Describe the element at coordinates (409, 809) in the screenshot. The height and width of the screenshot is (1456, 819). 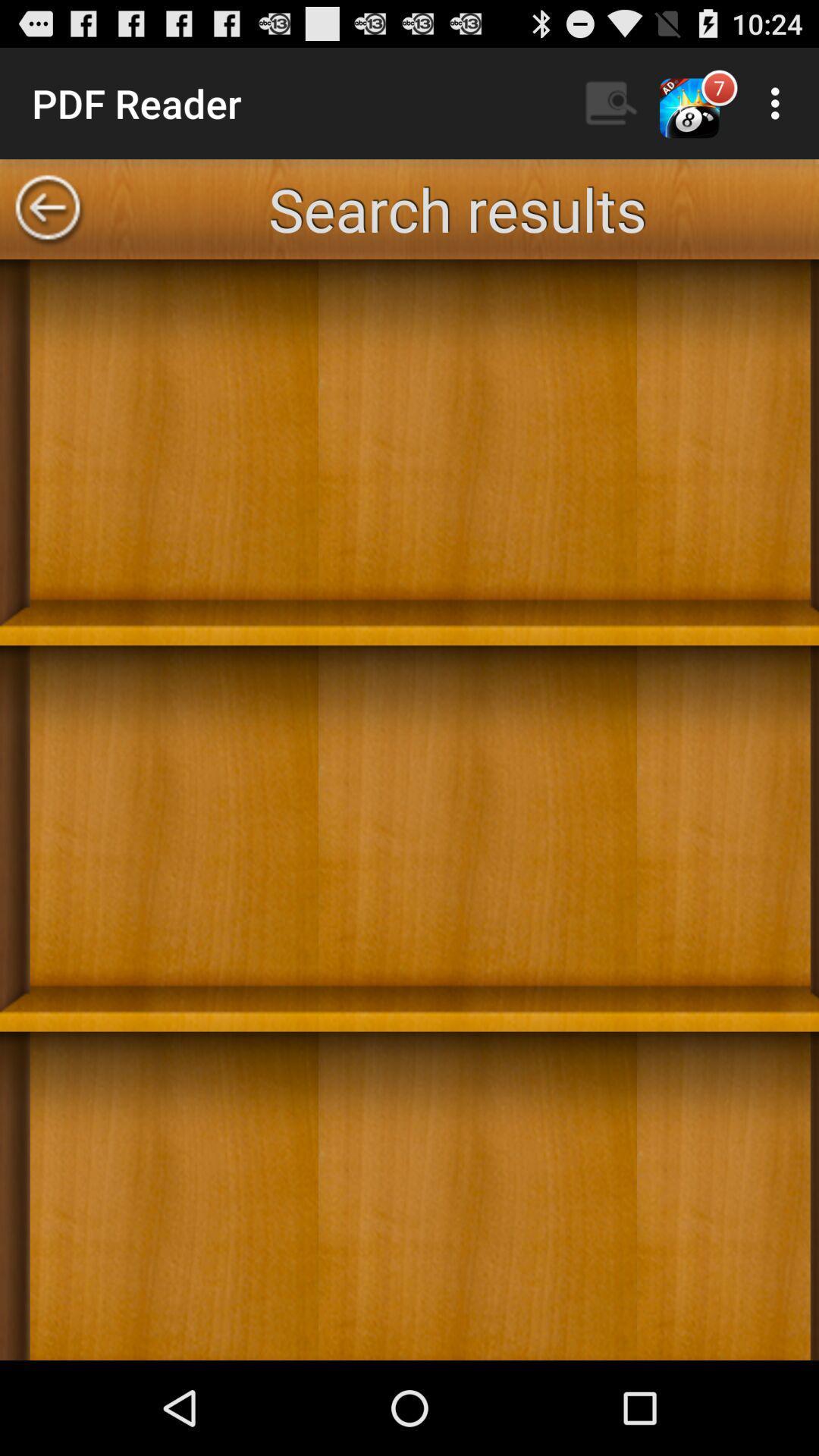
I see `empty bookshelf` at that location.